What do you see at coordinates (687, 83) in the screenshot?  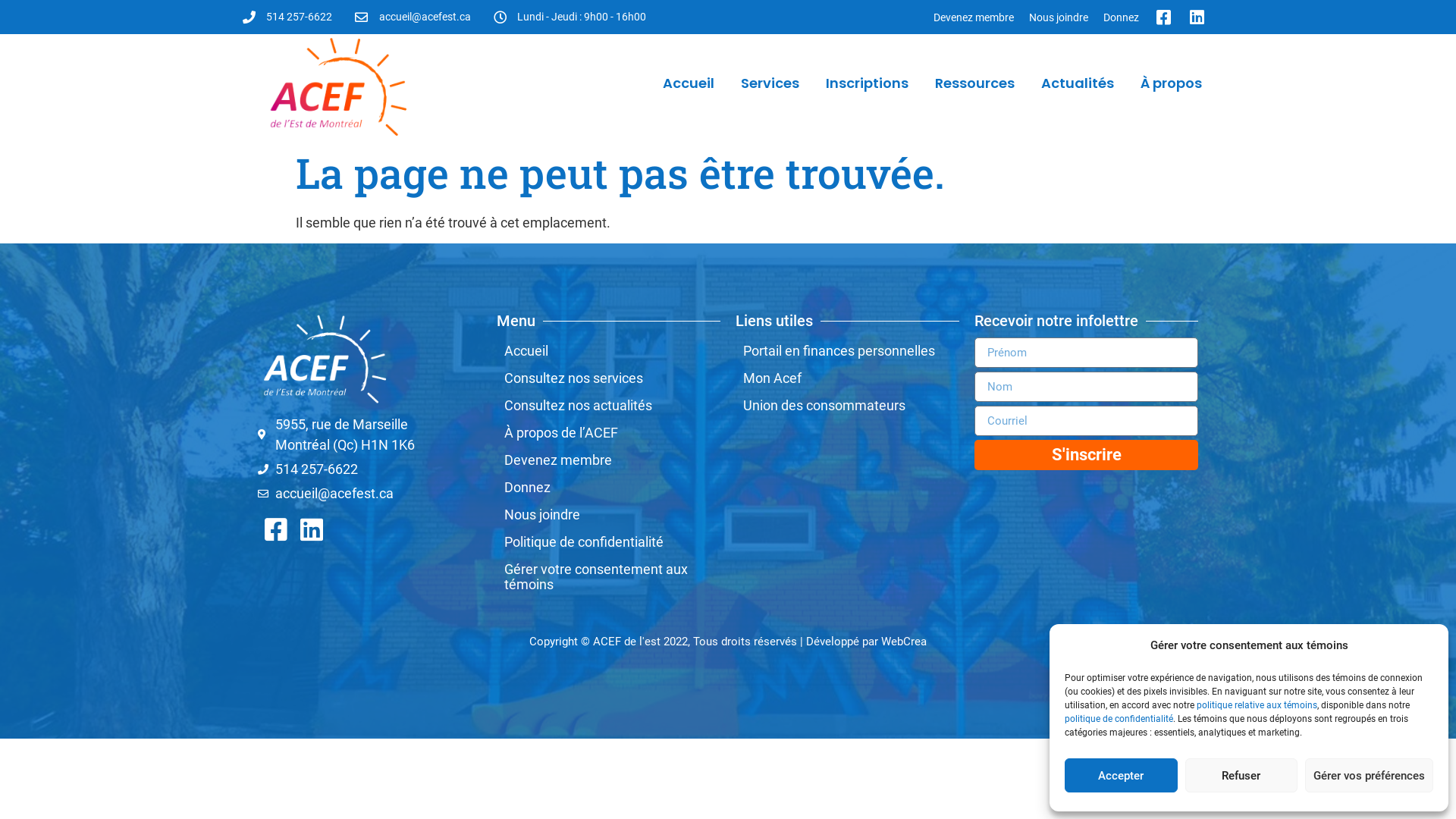 I see `'Accueil'` at bounding box center [687, 83].